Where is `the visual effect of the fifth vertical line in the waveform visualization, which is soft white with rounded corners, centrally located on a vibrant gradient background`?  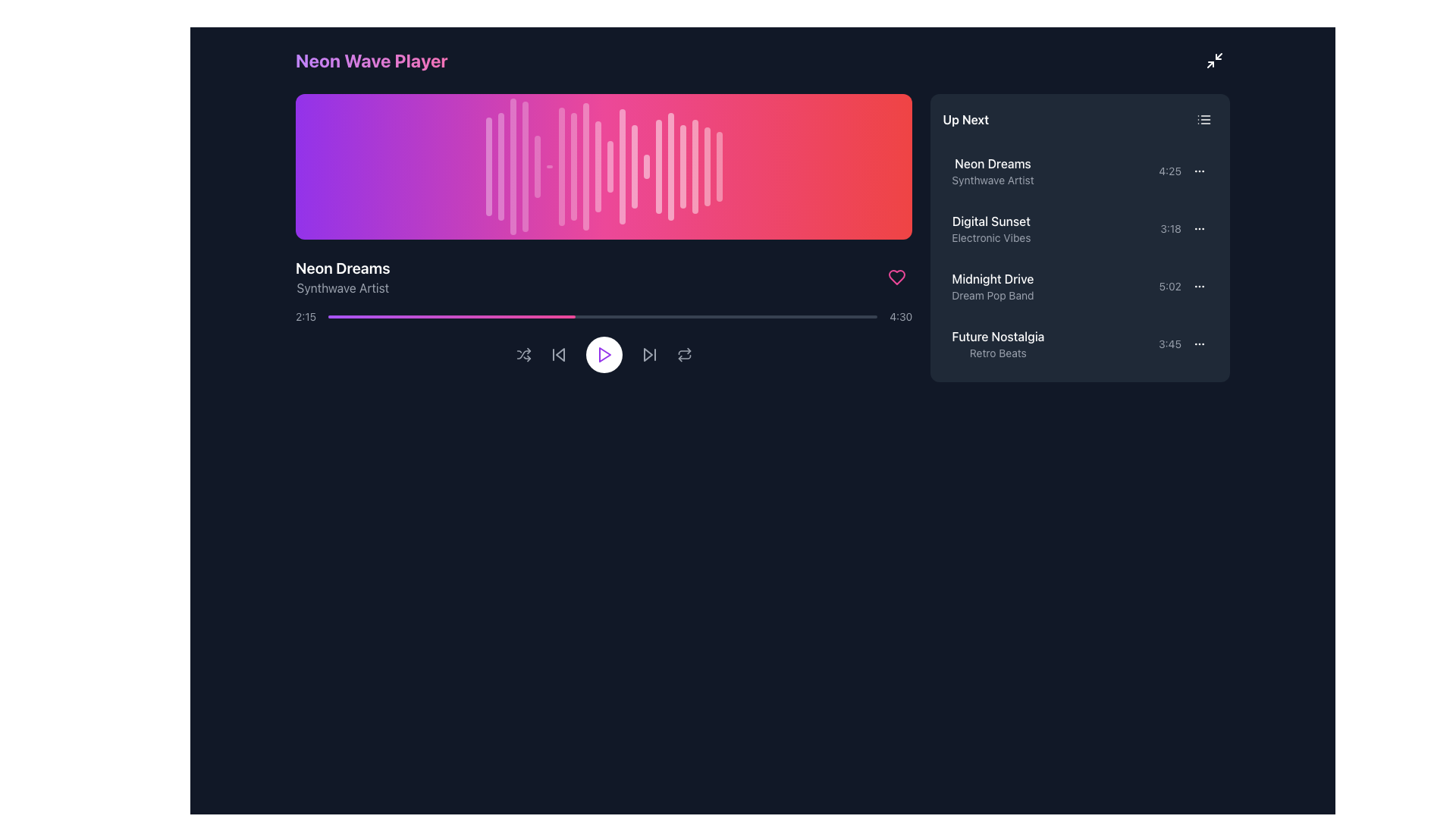 the visual effect of the fifth vertical line in the waveform visualization, which is soft white with rounded corners, centrally located on a vibrant gradient background is located at coordinates (537, 166).